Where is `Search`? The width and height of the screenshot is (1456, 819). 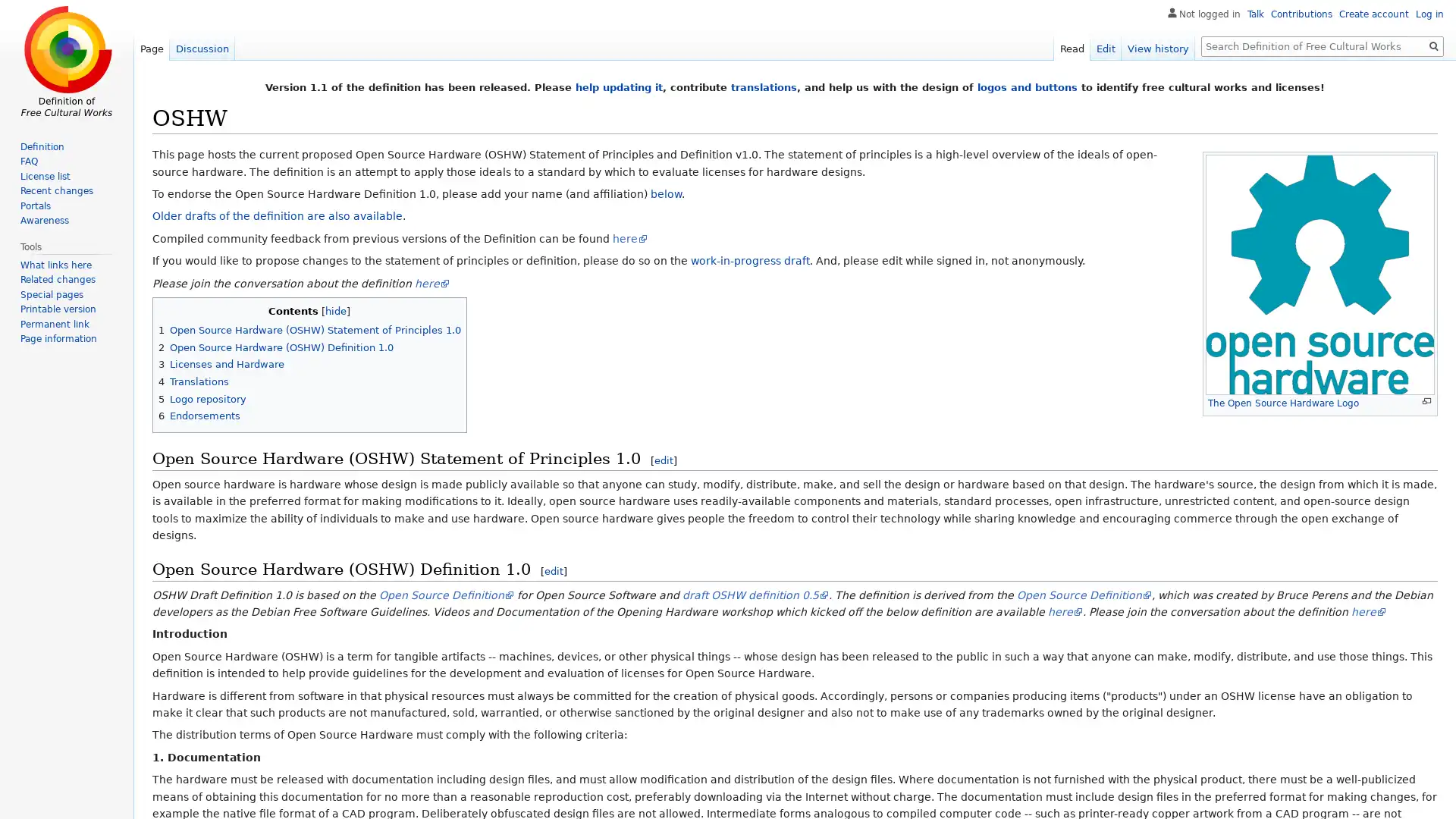 Search is located at coordinates (1433, 45).